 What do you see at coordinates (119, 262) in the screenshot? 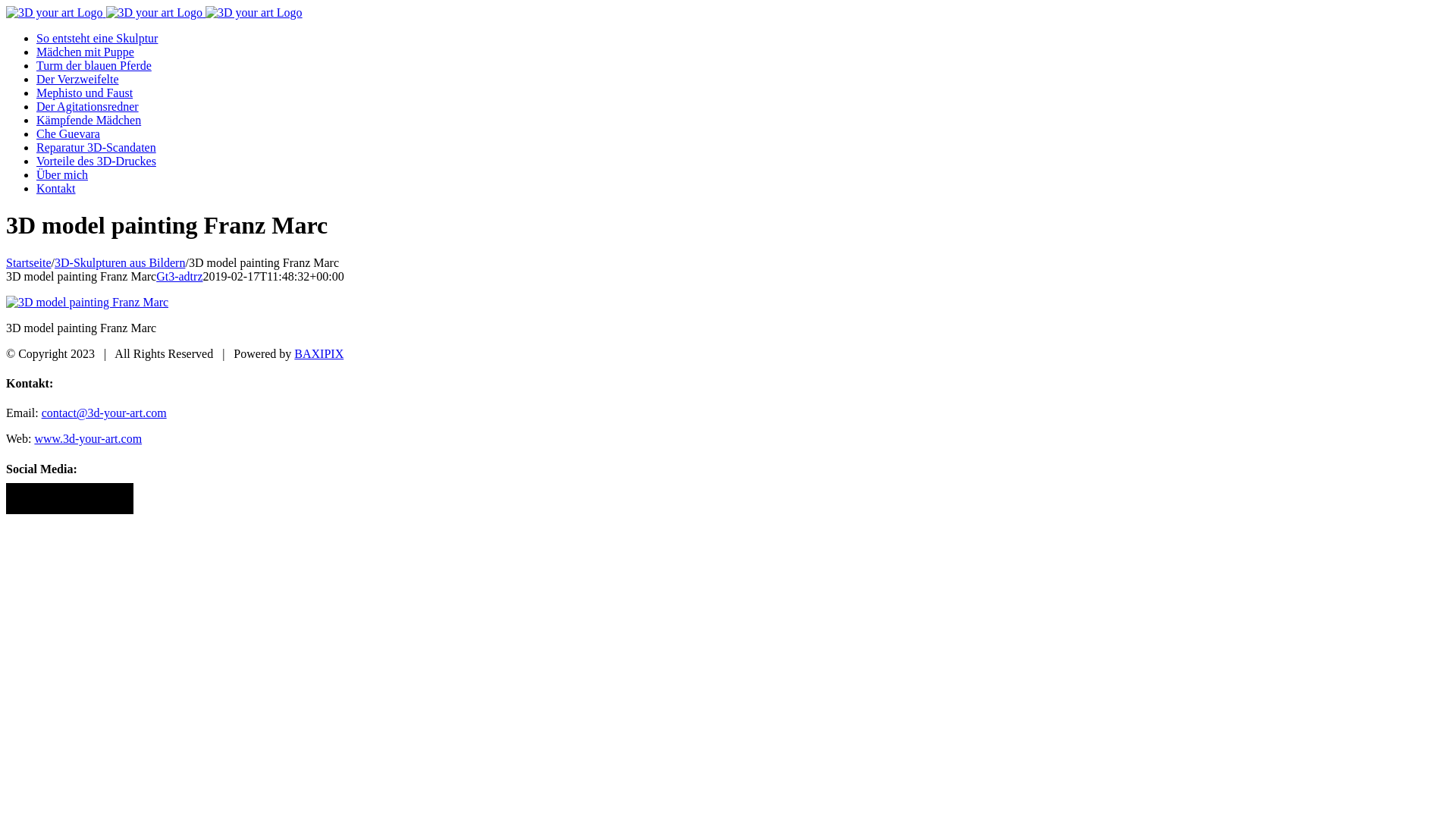
I see `'3D-Skulpturen aus Bildern'` at bounding box center [119, 262].